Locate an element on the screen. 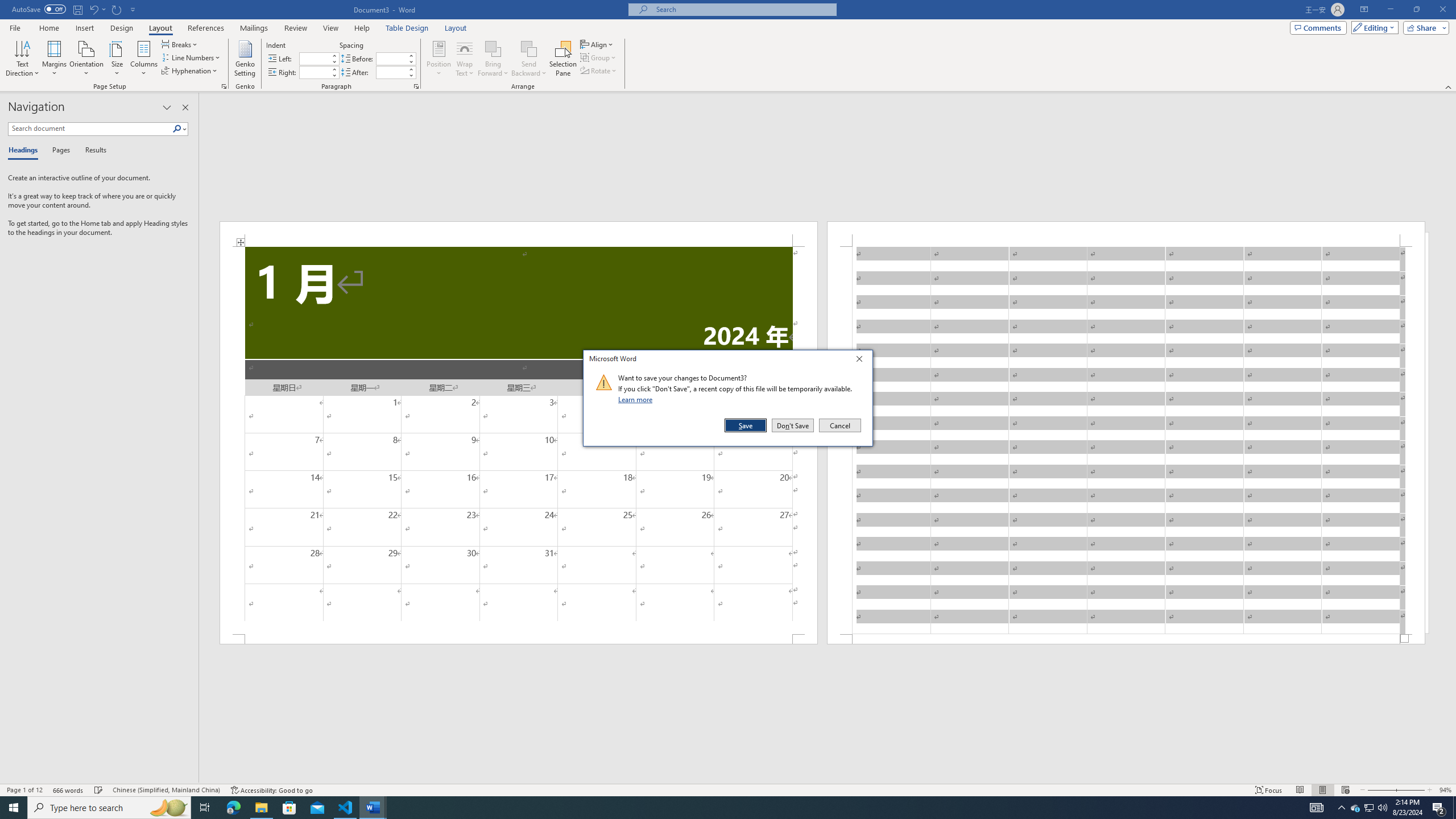 This screenshot has height=819, width=1456. 'Learn more' is located at coordinates (637, 399).